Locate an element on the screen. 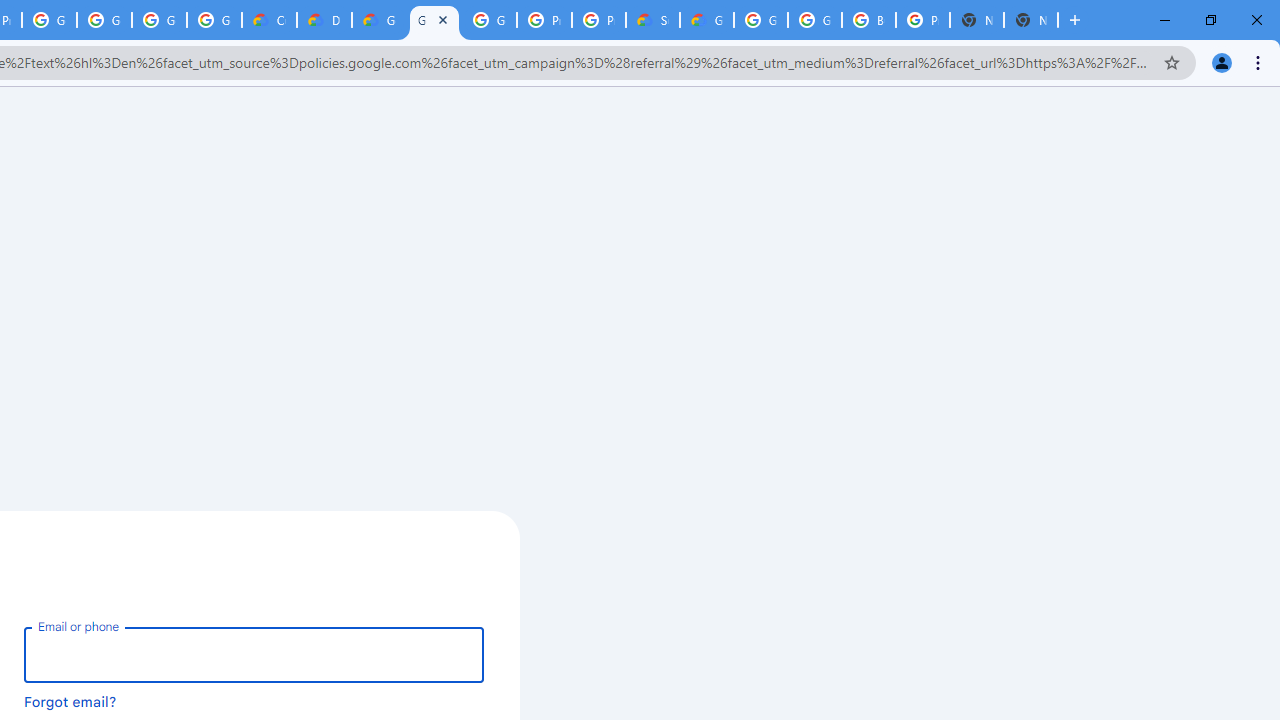  'Support Hub | Google Cloud' is located at coordinates (652, 20).